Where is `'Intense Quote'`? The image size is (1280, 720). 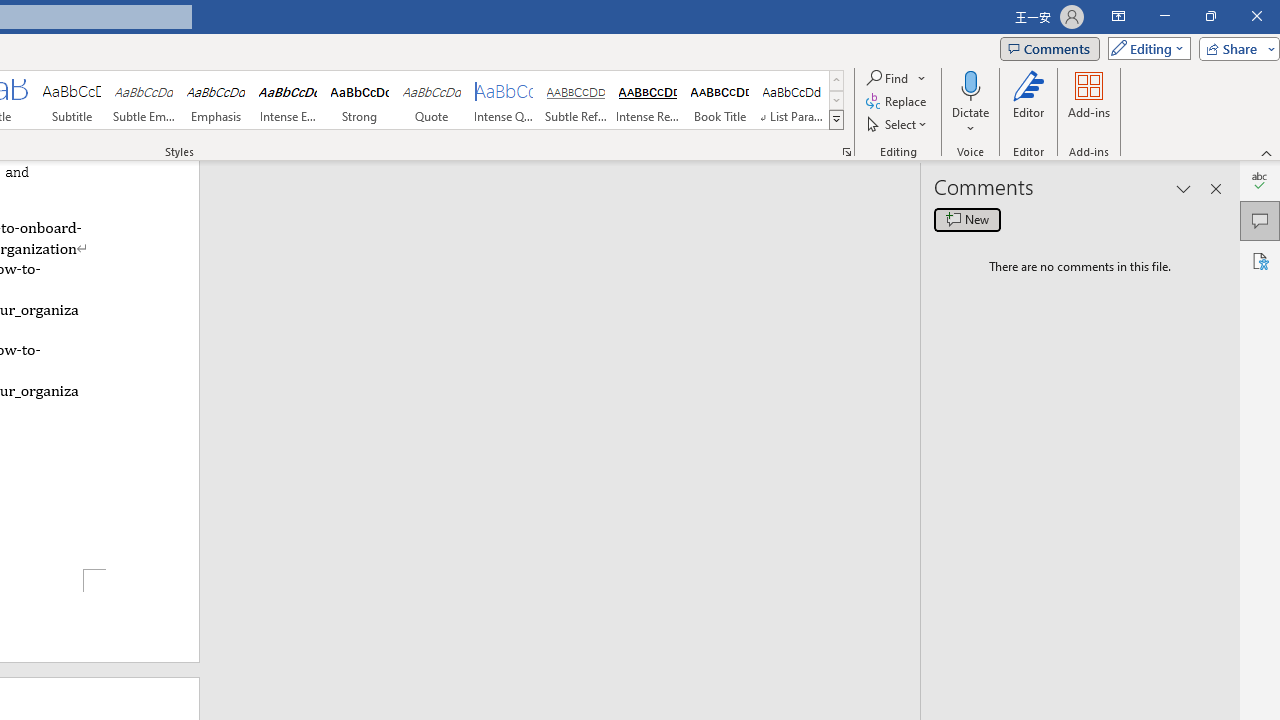 'Intense Quote' is located at coordinates (504, 100).